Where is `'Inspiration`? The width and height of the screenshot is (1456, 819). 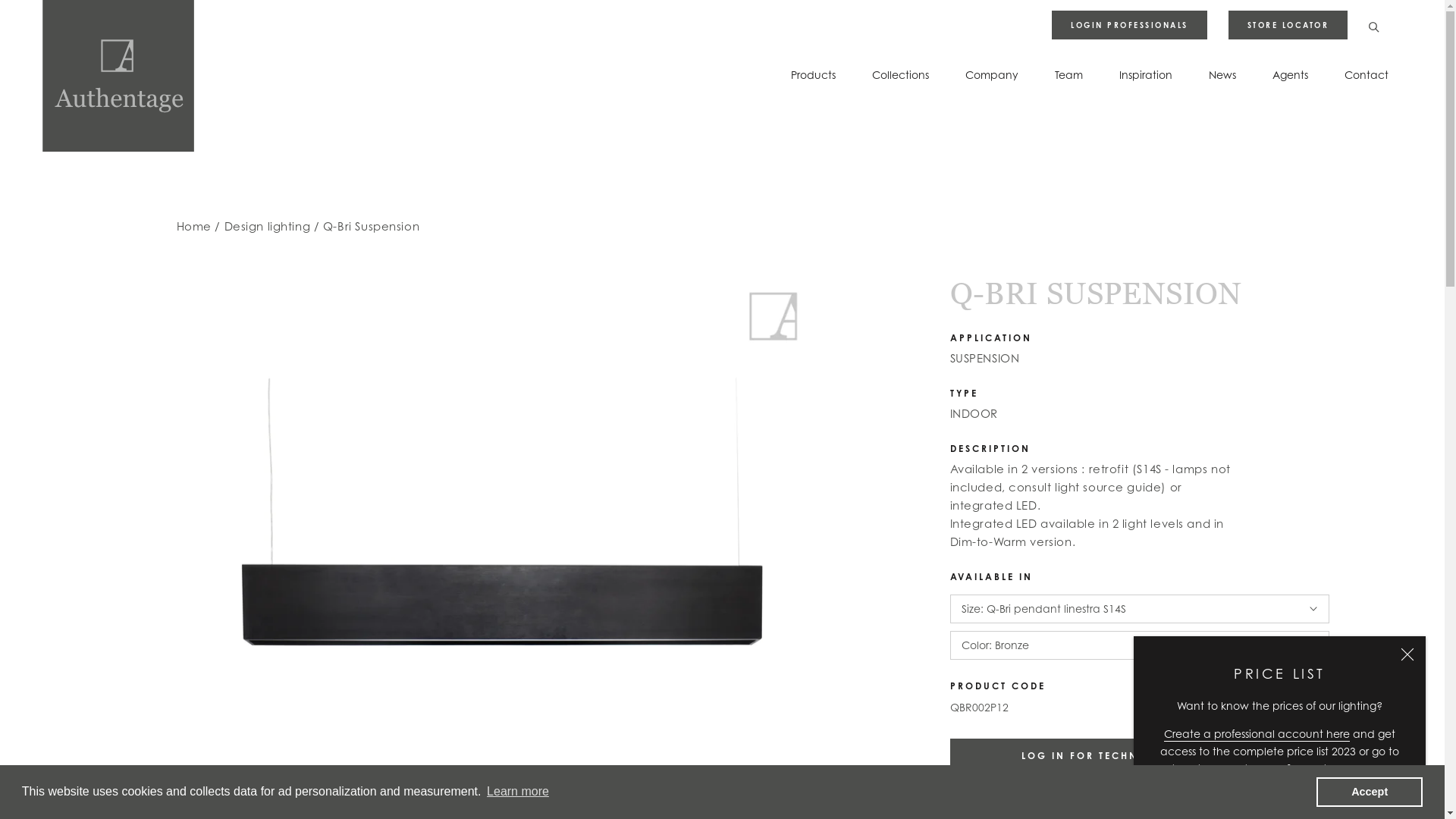 'Inspiration is located at coordinates (1146, 74).